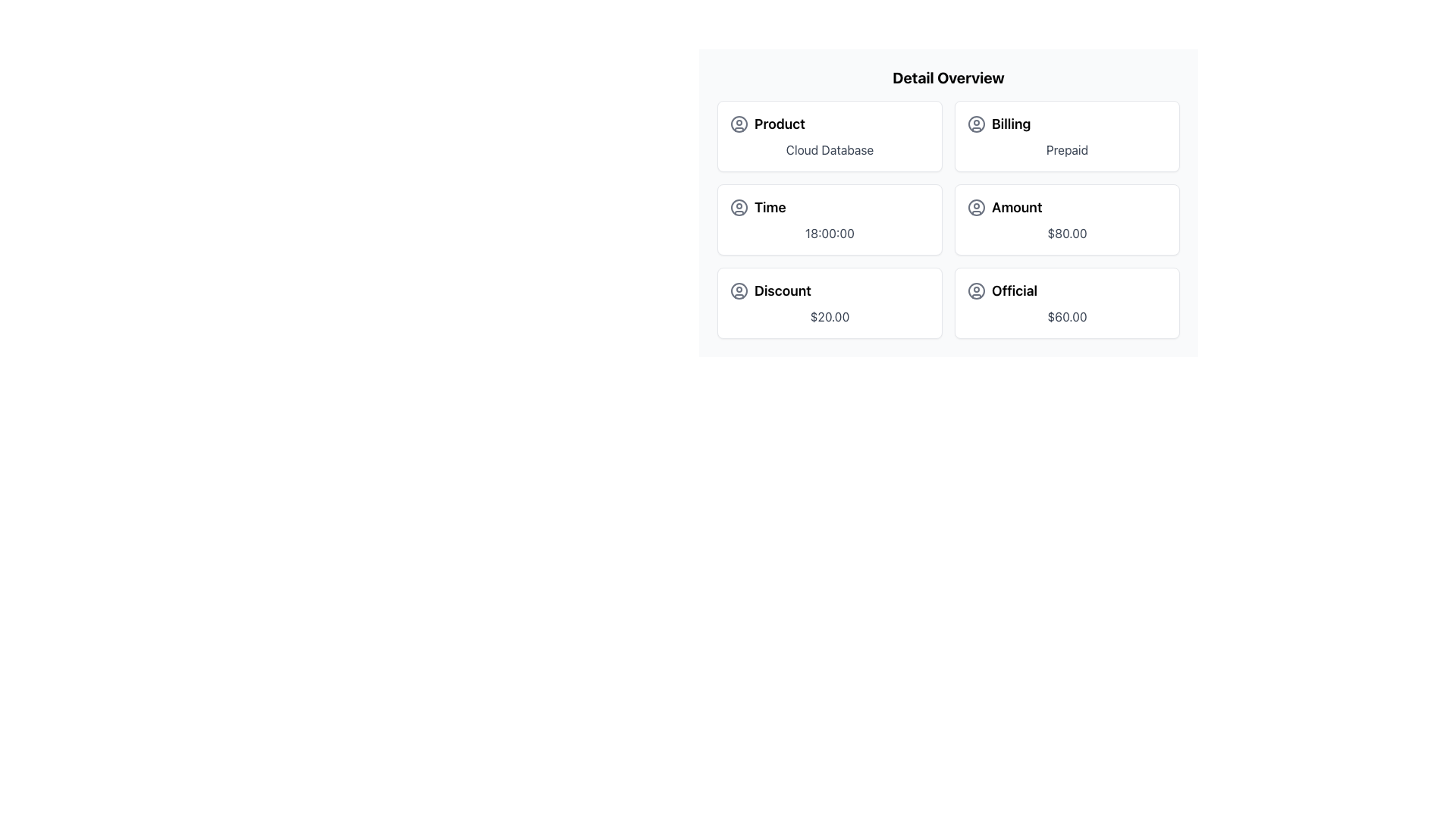  Describe the element at coordinates (1066, 234) in the screenshot. I see `the static text displaying '$80.00' in gray font, located at the bottom center of the 'Amount' card` at that location.